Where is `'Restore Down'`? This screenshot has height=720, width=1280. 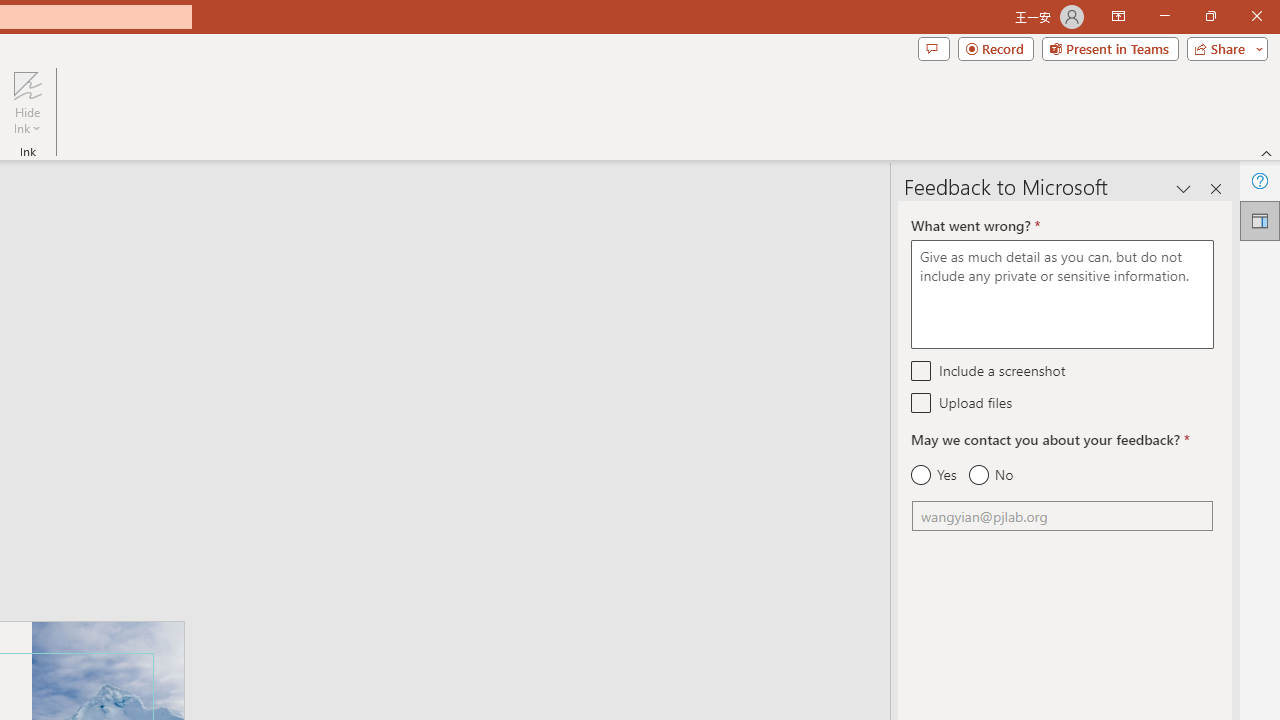
'Restore Down' is located at coordinates (1209, 16).